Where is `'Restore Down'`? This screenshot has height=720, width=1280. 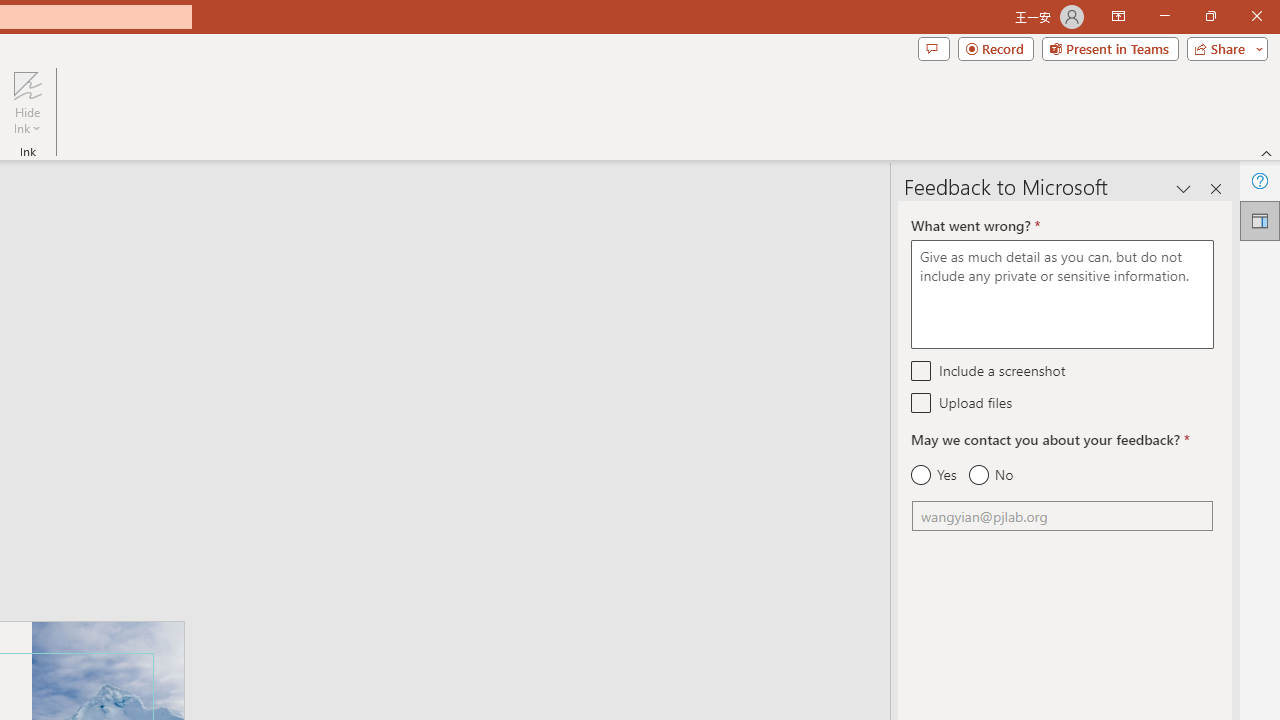
'Restore Down' is located at coordinates (1209, 16).